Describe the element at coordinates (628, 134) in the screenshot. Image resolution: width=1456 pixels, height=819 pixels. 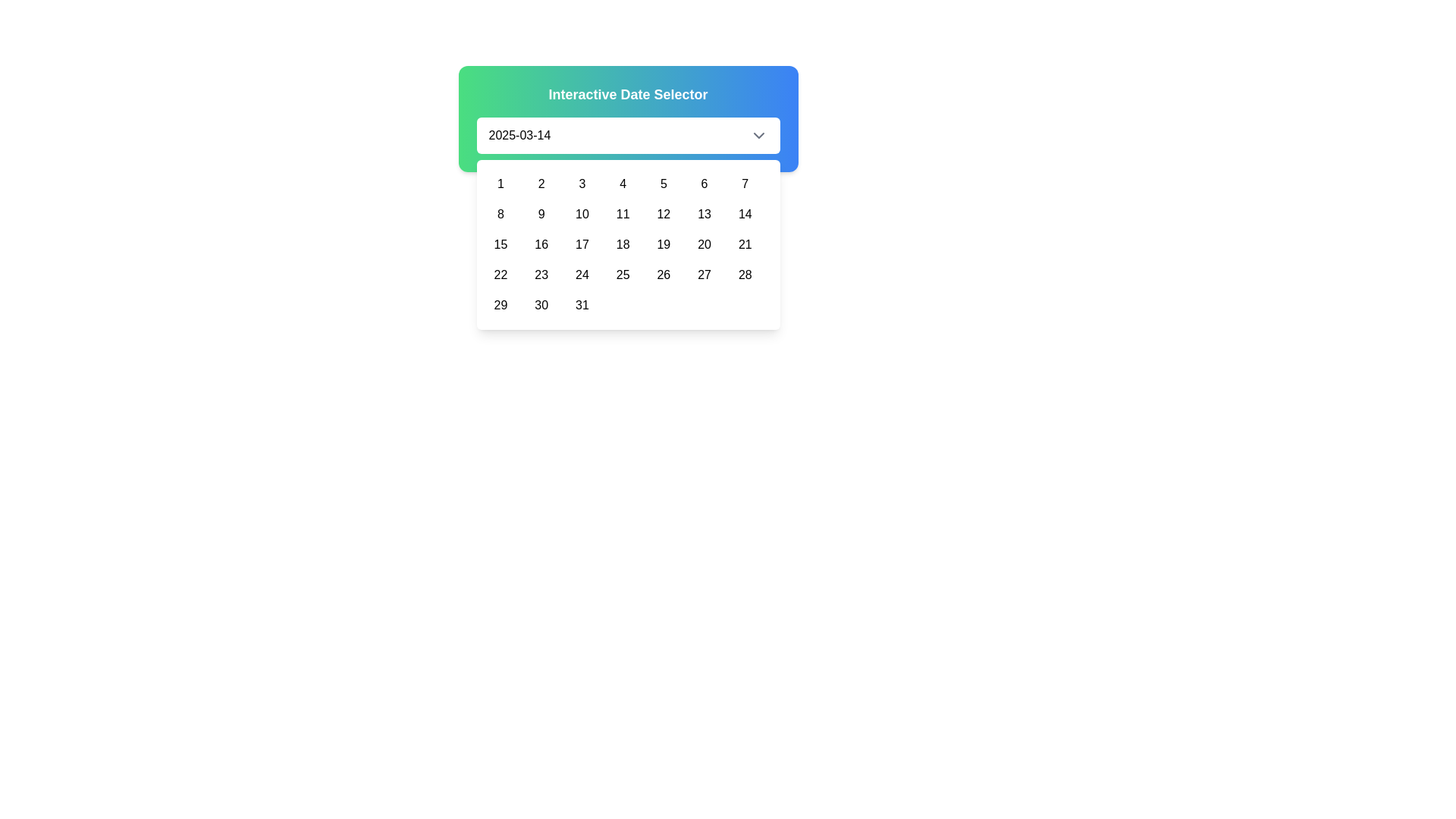
I see `the Dropdown menu displaying the date '2025-03-14'` at that location.